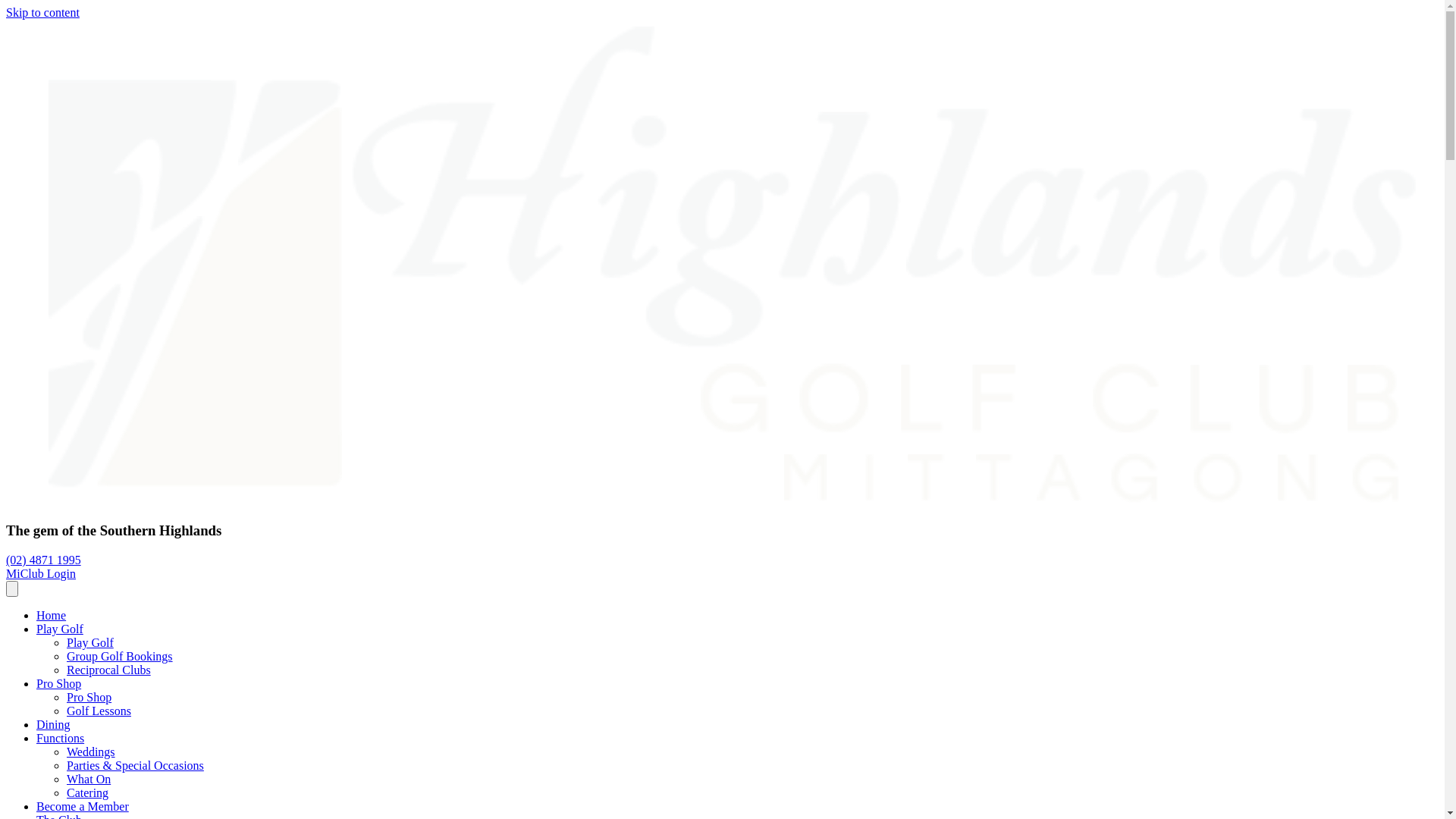 This screenshot has height=819, width=1456. Describe the element at coordinates (119, 655) in the screenshot. I see `'Group Golf Bookings'` at that location.